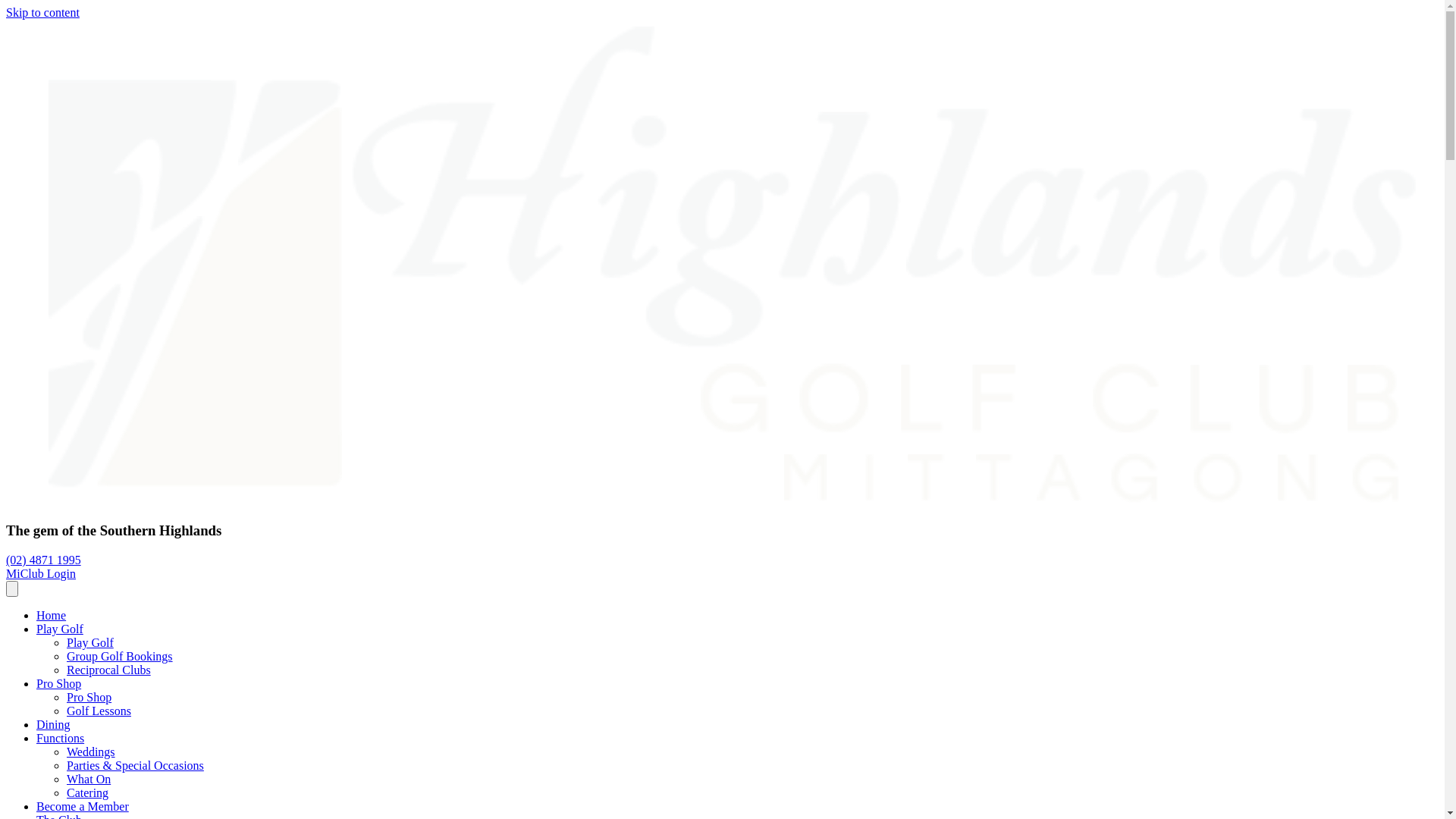 This screenshot has height=819, width=1456. Describe the element at coordinates (119, 655) in the screenshot. I see `'Group Golf Bookings'` at that location.